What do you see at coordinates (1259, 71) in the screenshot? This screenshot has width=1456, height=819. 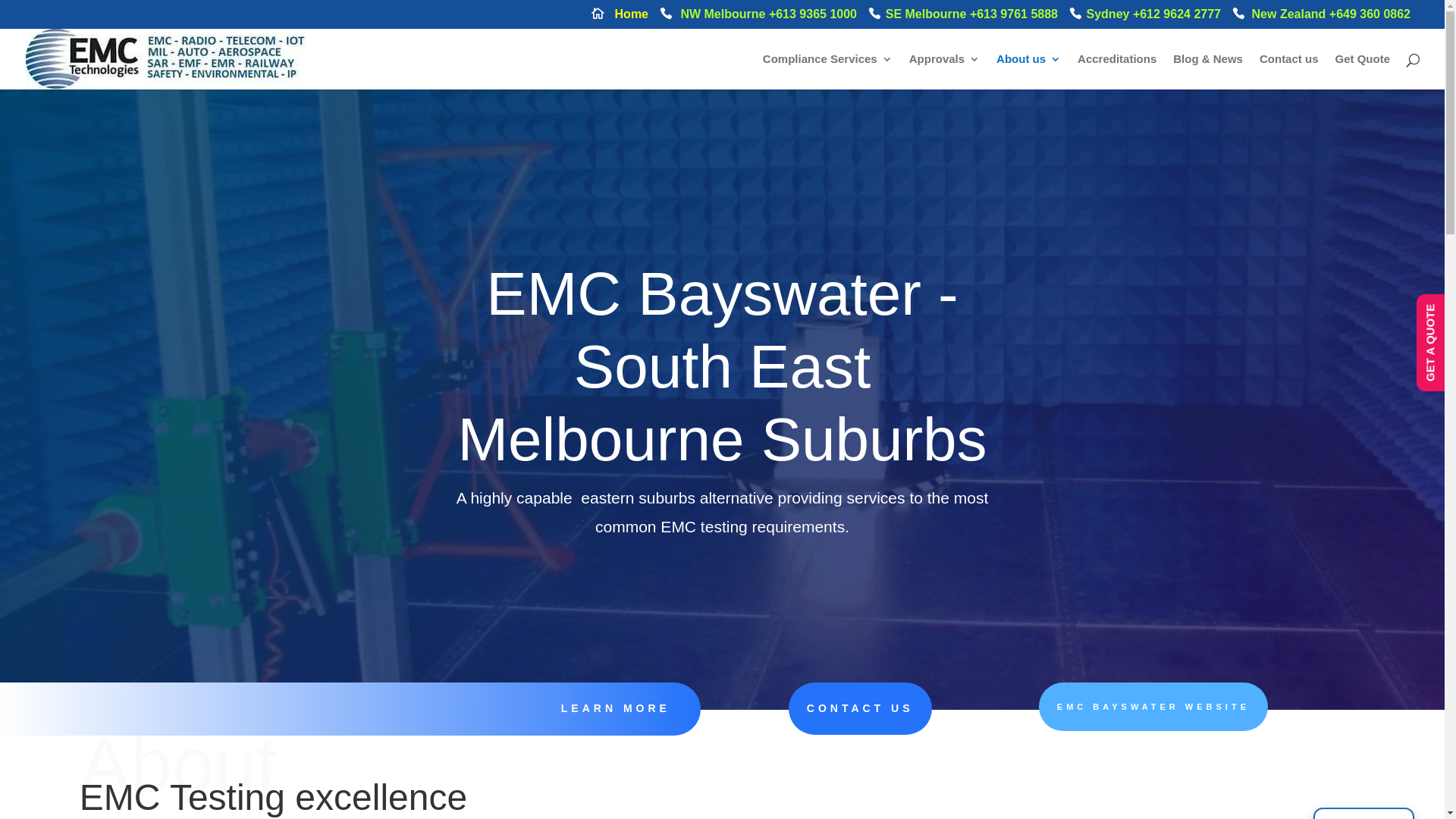 I see `'Contact us'` at bounding box center [1259, 71].